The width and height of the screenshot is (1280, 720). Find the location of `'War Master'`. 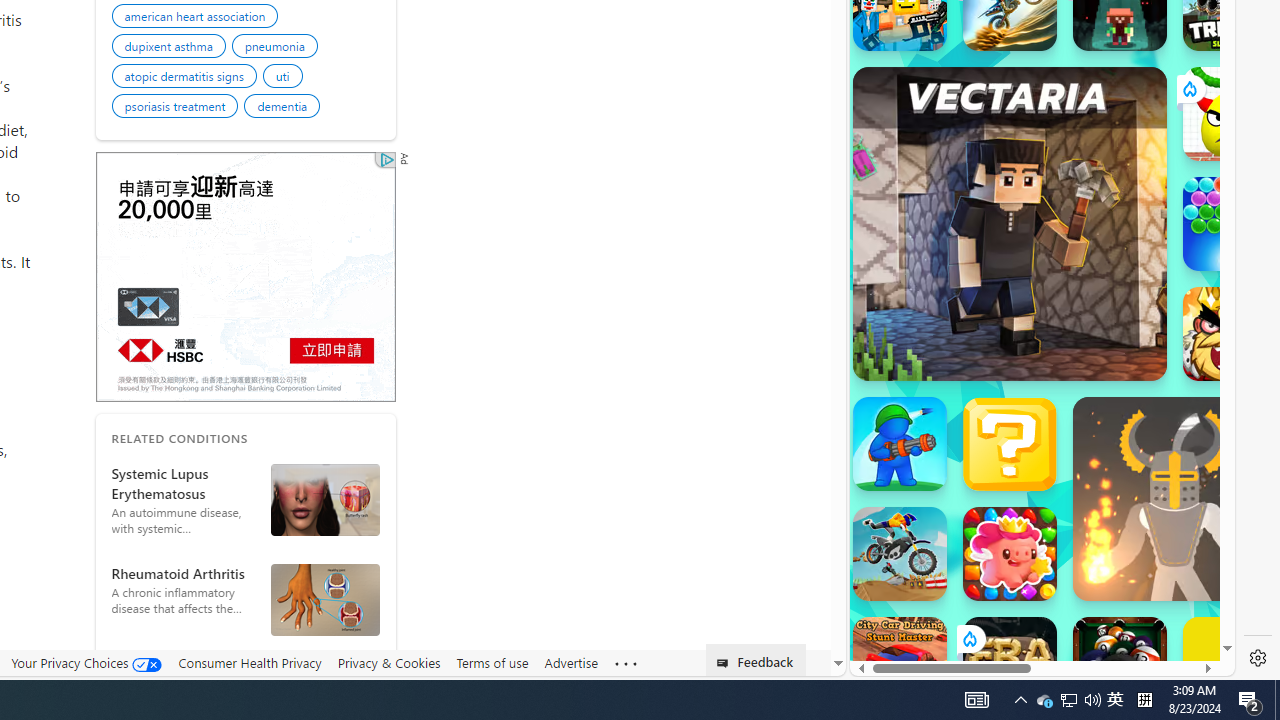

'War Master' is located at coordinates (898, 442).